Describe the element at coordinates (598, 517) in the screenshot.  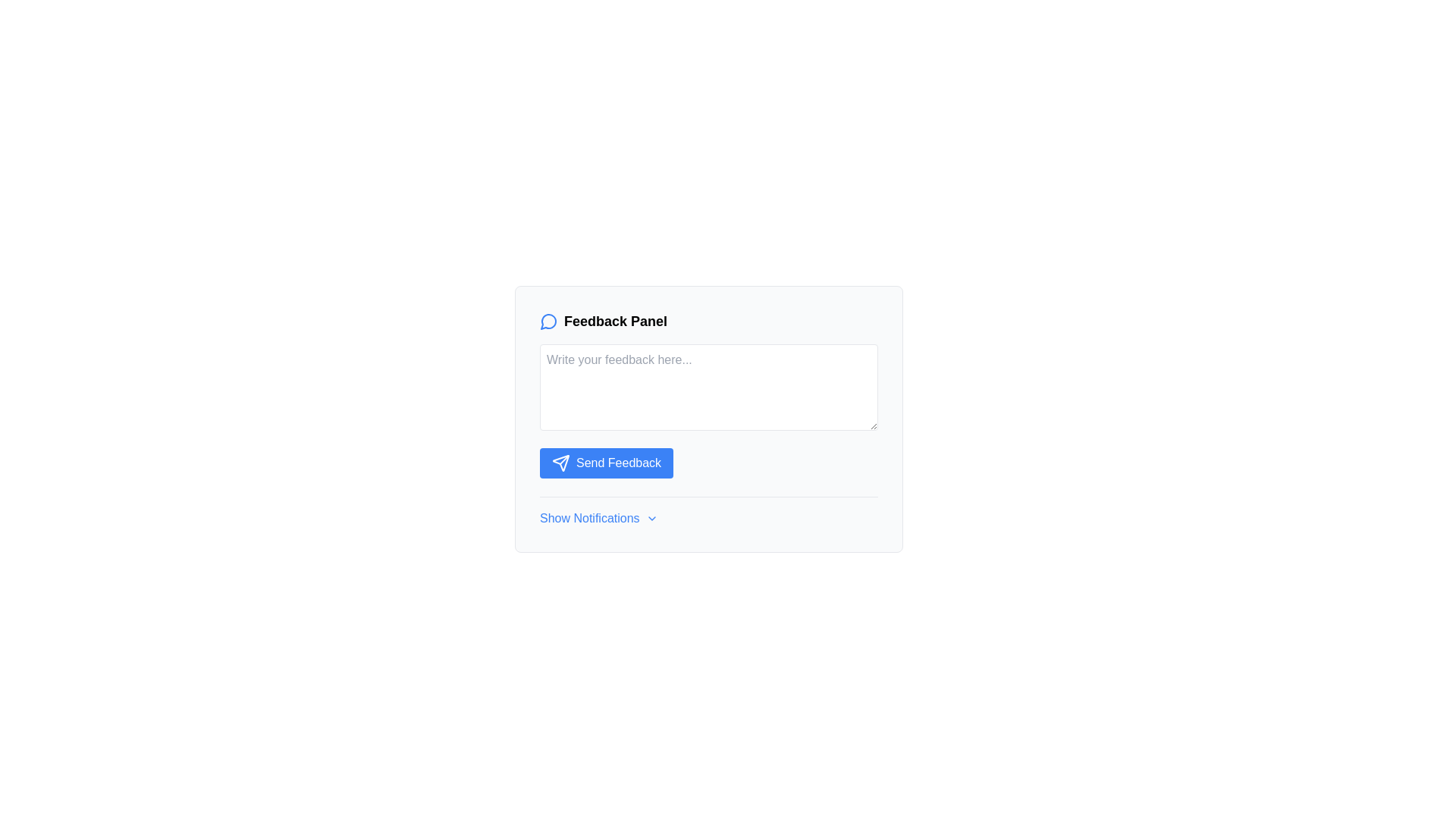
I see `the Dropdown toggle located under the 'Feedback Panel'` at that location.